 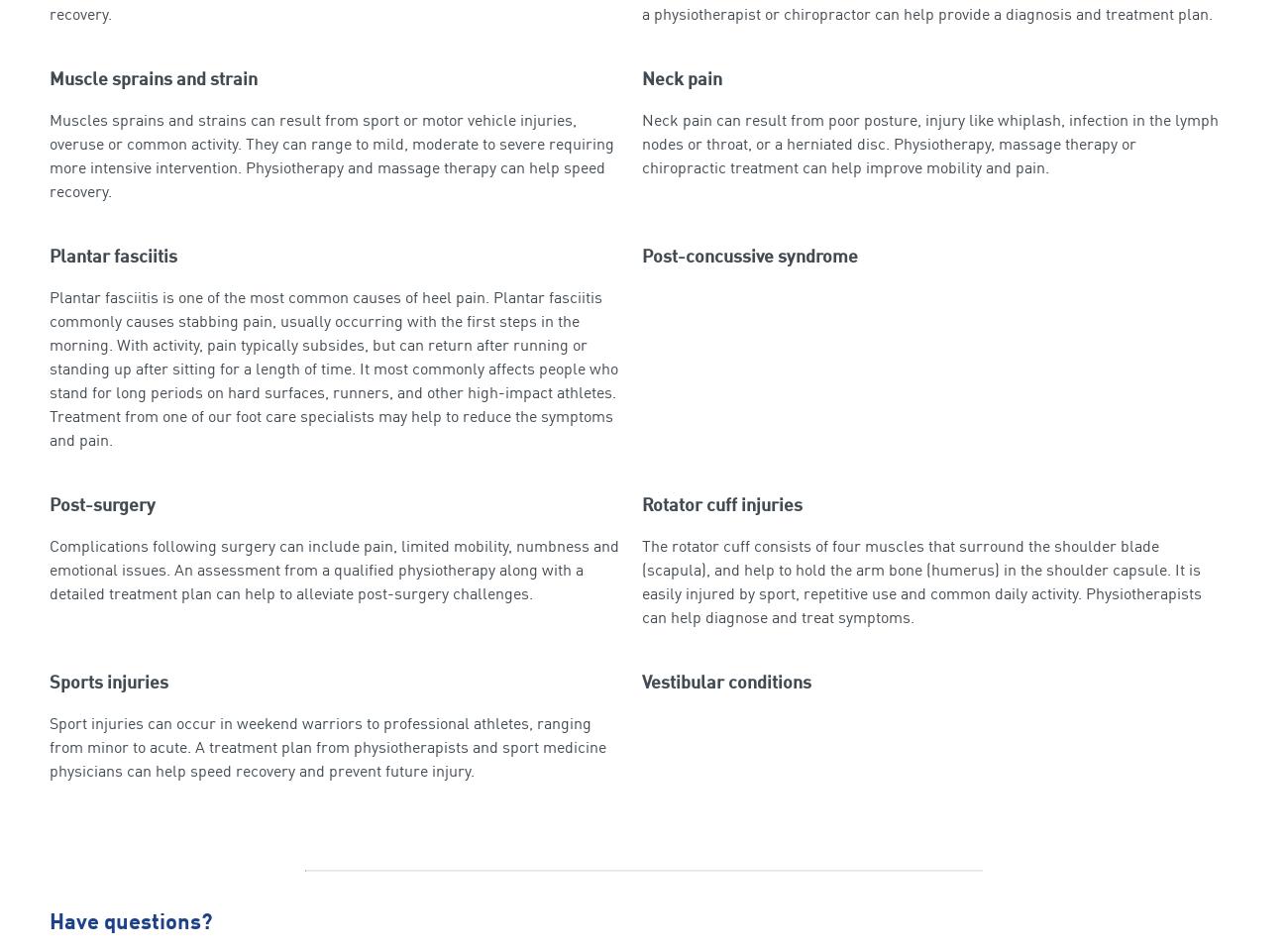 What do you see at coordinates (332, 368) in the screenshot?
I see `'Plantar fasciitis is one of the most common causes of heel pain. Plantar fasciitis commonly causes stabbing pain, usually occurring with the first steps in the morning. With activity, pain typically subsides, but can return after running or standing up after sitting for a length of time. It most commonly affects people who stand for long periods on hard surfaces, runners, and other high-impact athletes. Treatment from one of our foot care specialists may help to reduce the symptoms and pain.'` at bounding box center [332, 368].